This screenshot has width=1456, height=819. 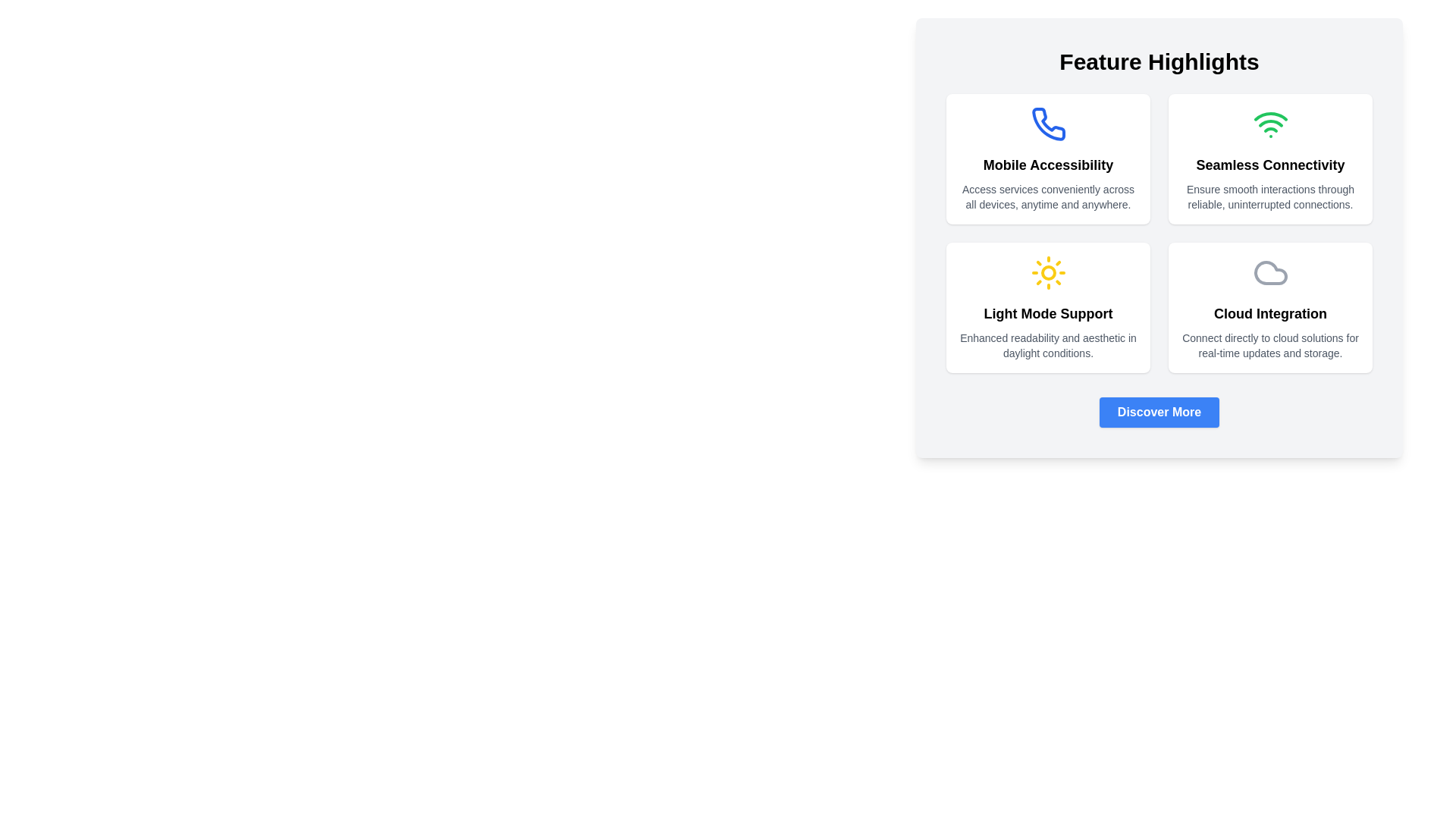 What do you see at coordinates (1270, 271) in the screenshot?
I see `the cloud icon located in the bottom-right card under 'Feature Highlights' within the 'Cloud Integration' section` at bounding box center [1270, 271].